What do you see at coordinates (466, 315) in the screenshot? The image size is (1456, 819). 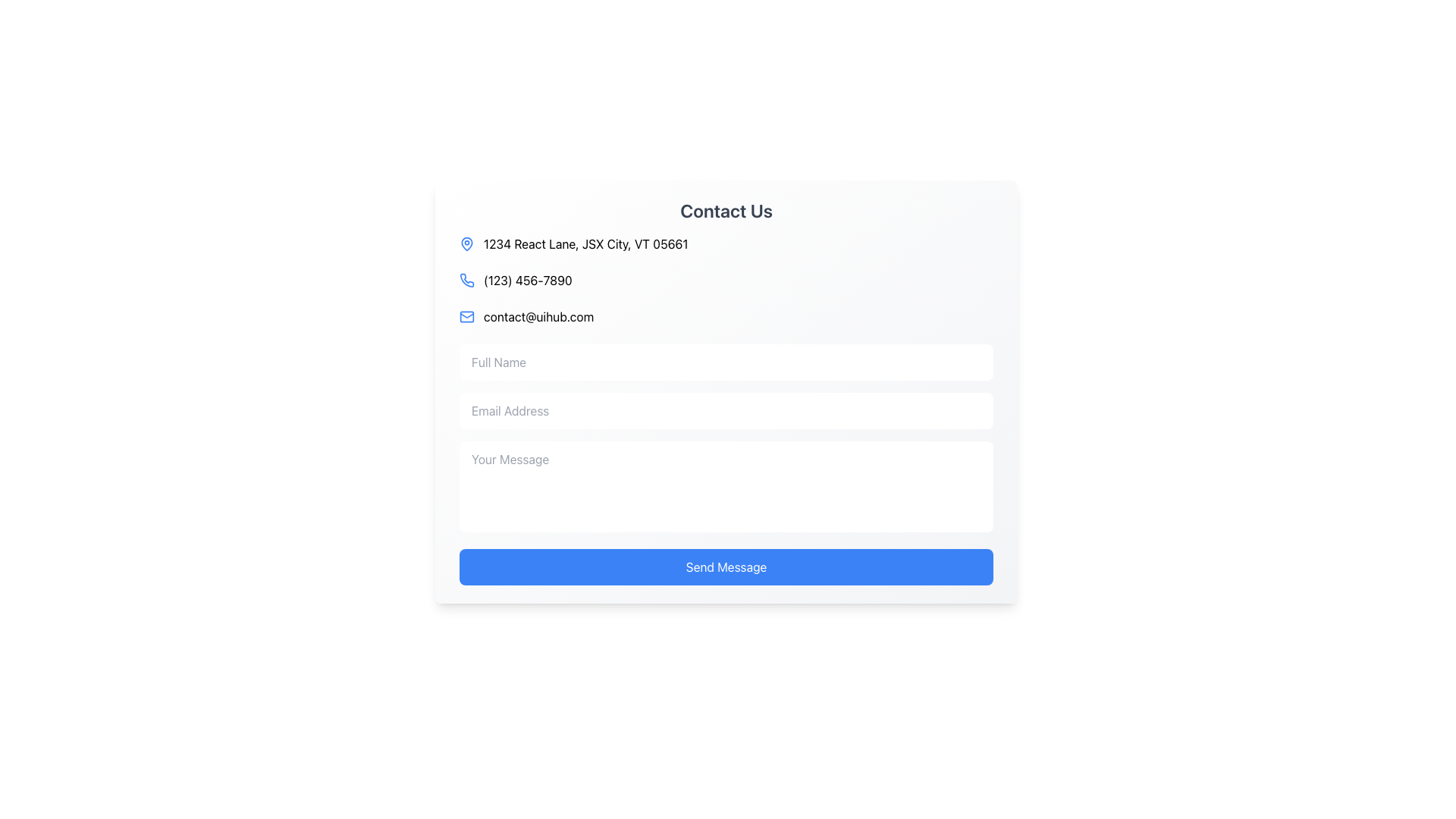 I see `the inner triangular part of the envelope icon, which is styled with a blue stroke and is located to the left of the email address 'contact@uihub.com'` at bounding box center [466, 315].